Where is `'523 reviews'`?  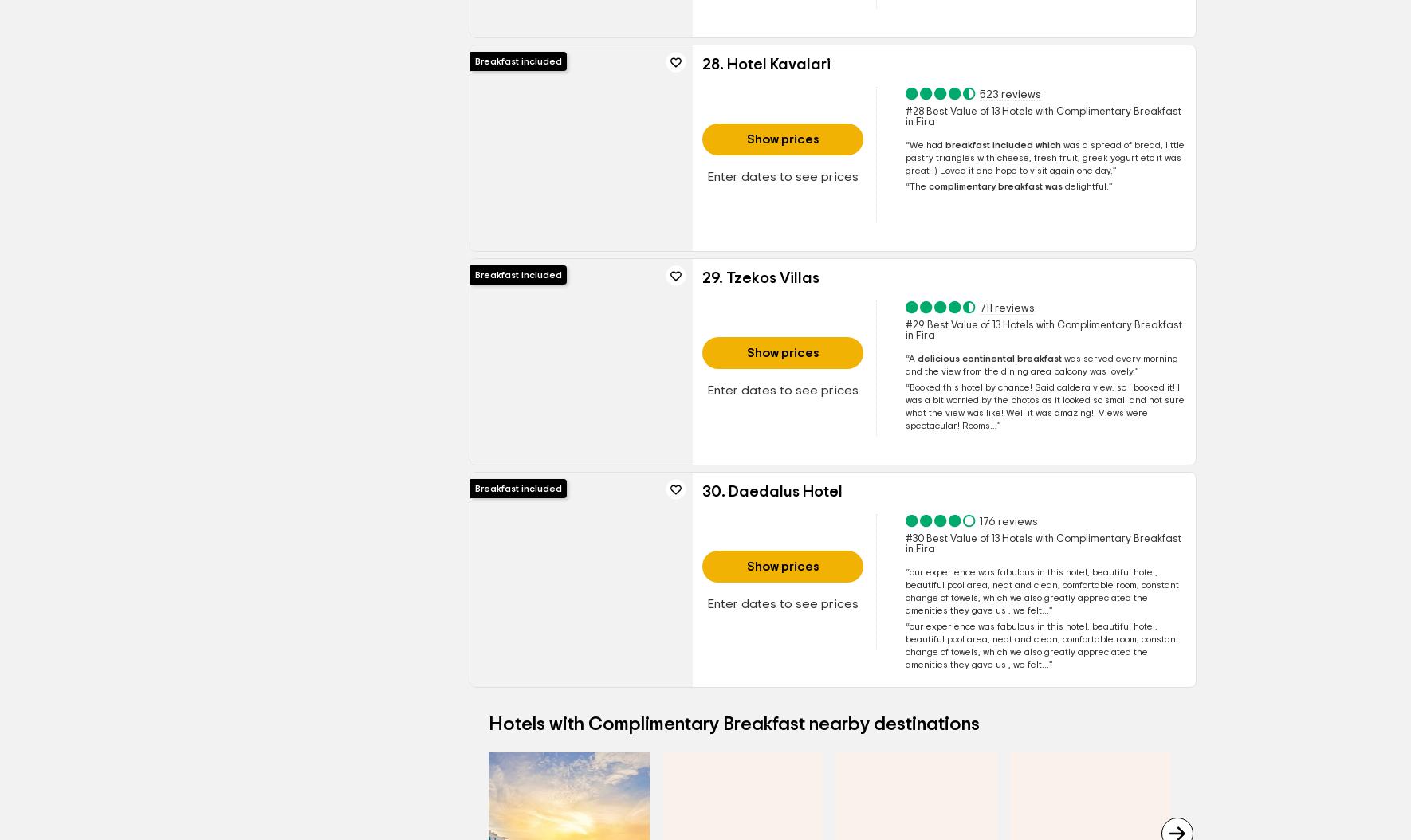
'523 reviews' is located at coordinates (1008, 94).